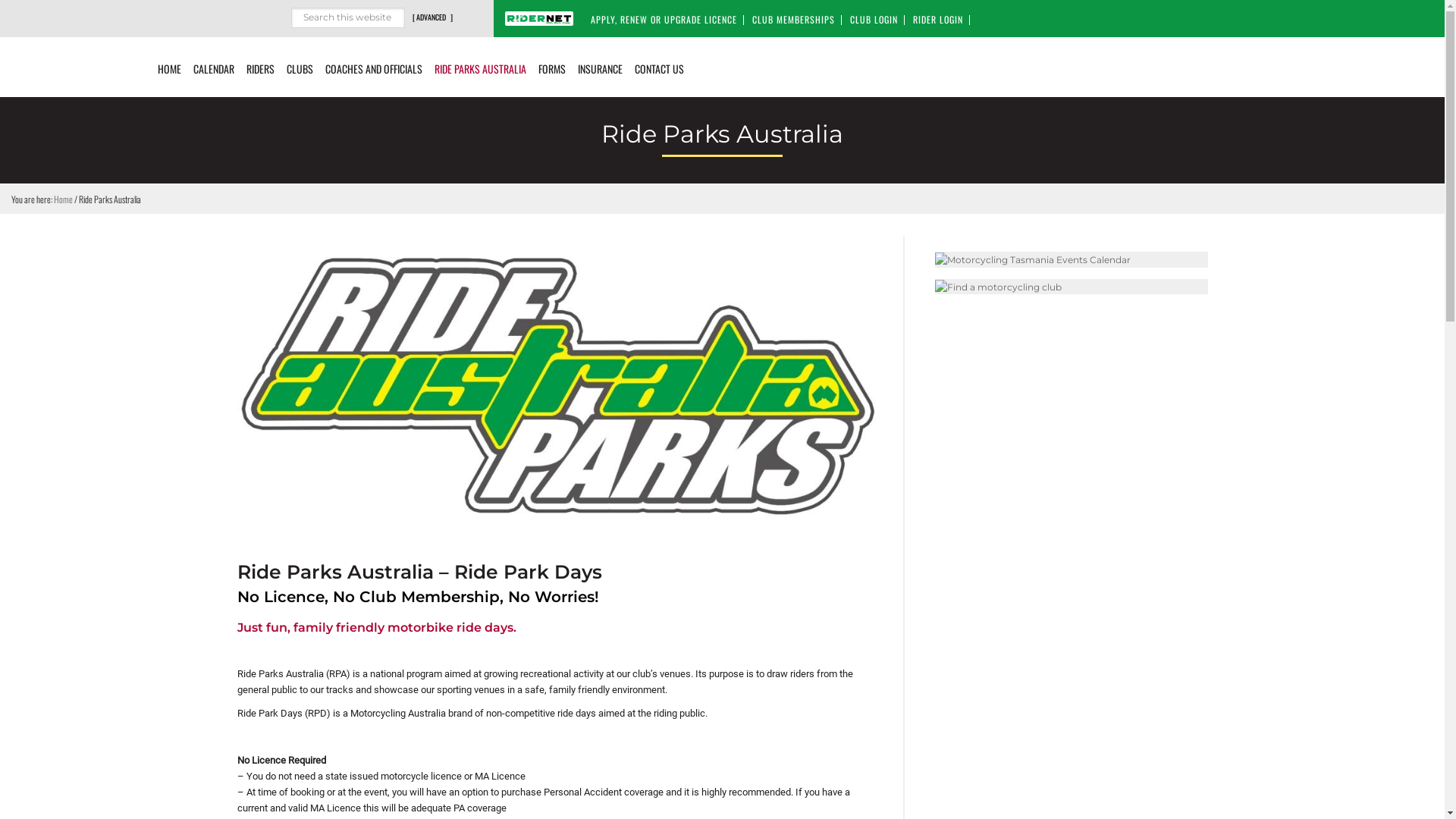 Image resolution: width=1456 pixels, height=819 pixels. What do you see at coordinates (169, 66) in the screenshot?
I see `'HOME'` at bounding box center [169, 66].